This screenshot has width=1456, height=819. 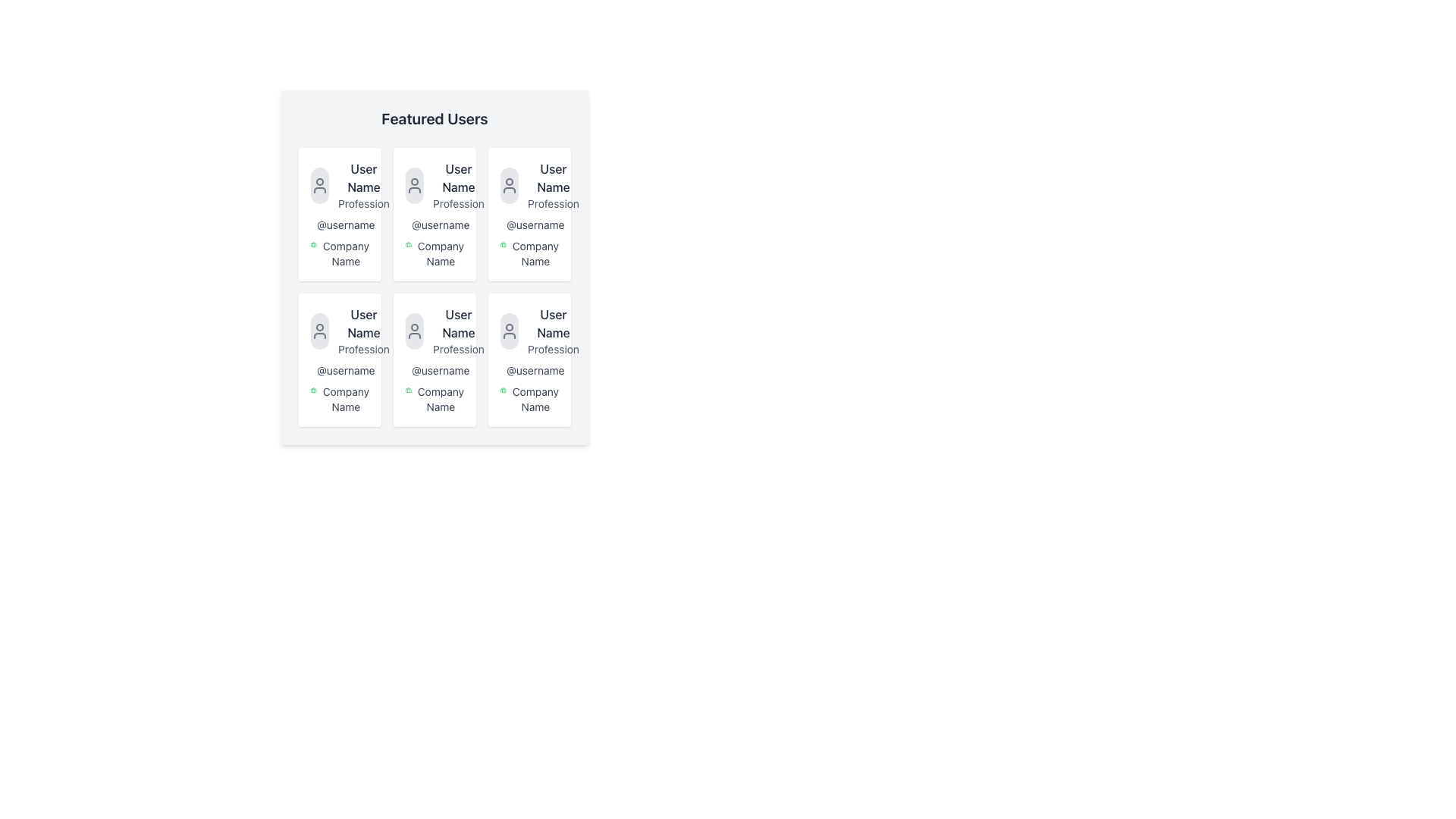 I want to click on the user profile icon located in the bottom-right card of a 3x2 grid, positioned above the text 'User Name' and 'Profession', so click(x=510, y=330).